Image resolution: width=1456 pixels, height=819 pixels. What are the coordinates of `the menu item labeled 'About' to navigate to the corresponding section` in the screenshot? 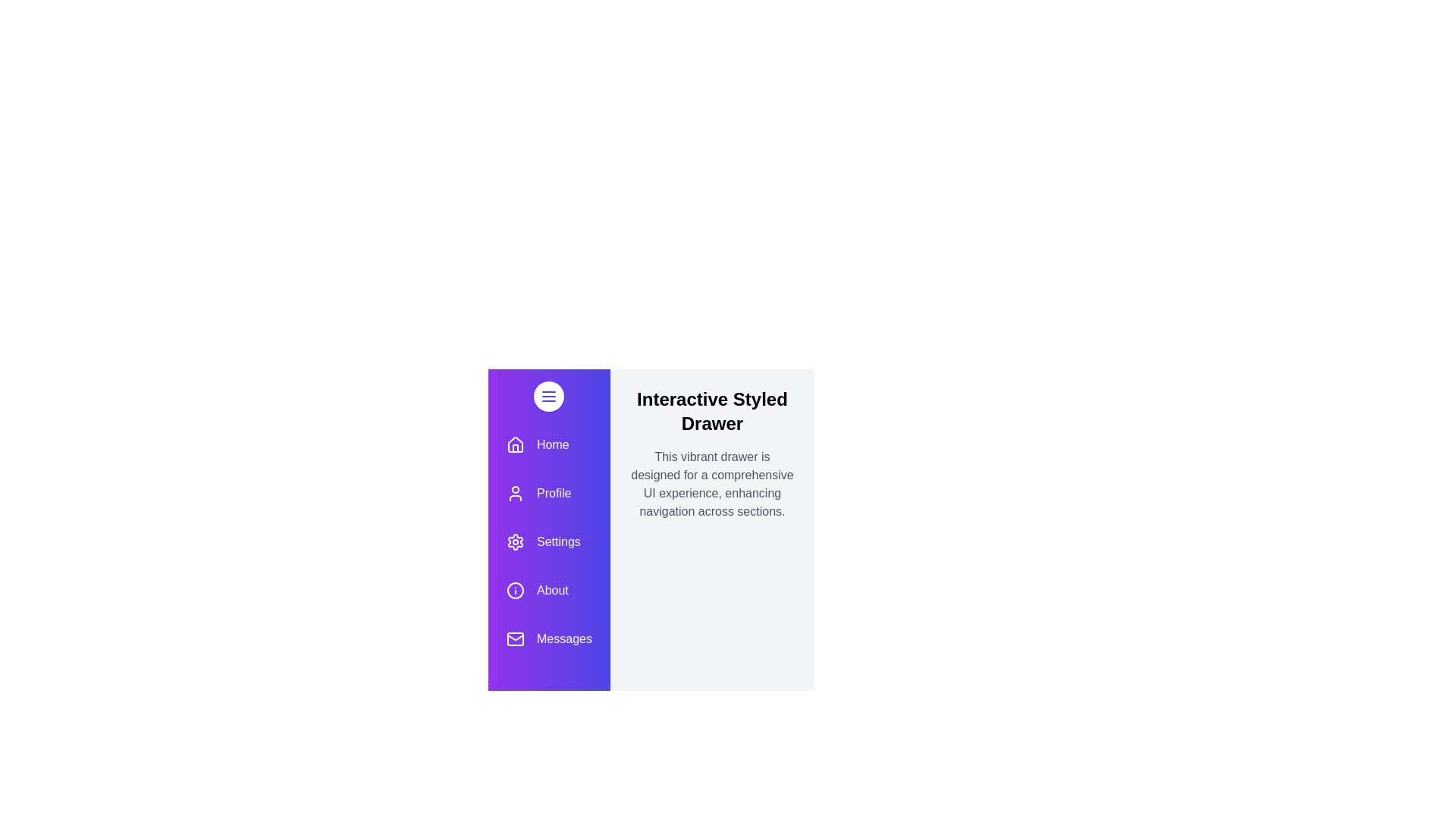 It's located at (548, 590).